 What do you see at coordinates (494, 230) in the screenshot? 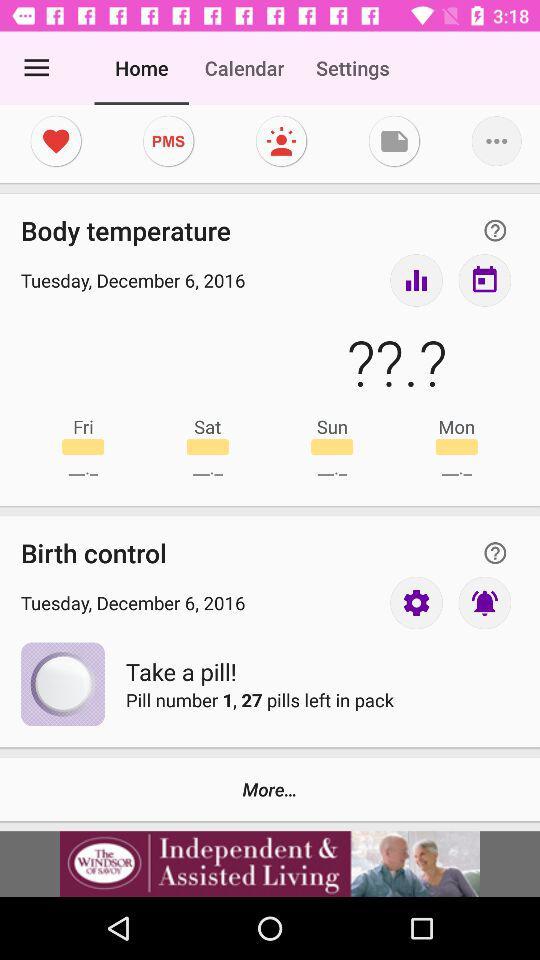
I see `question icon` at bounding box center [494, 230].